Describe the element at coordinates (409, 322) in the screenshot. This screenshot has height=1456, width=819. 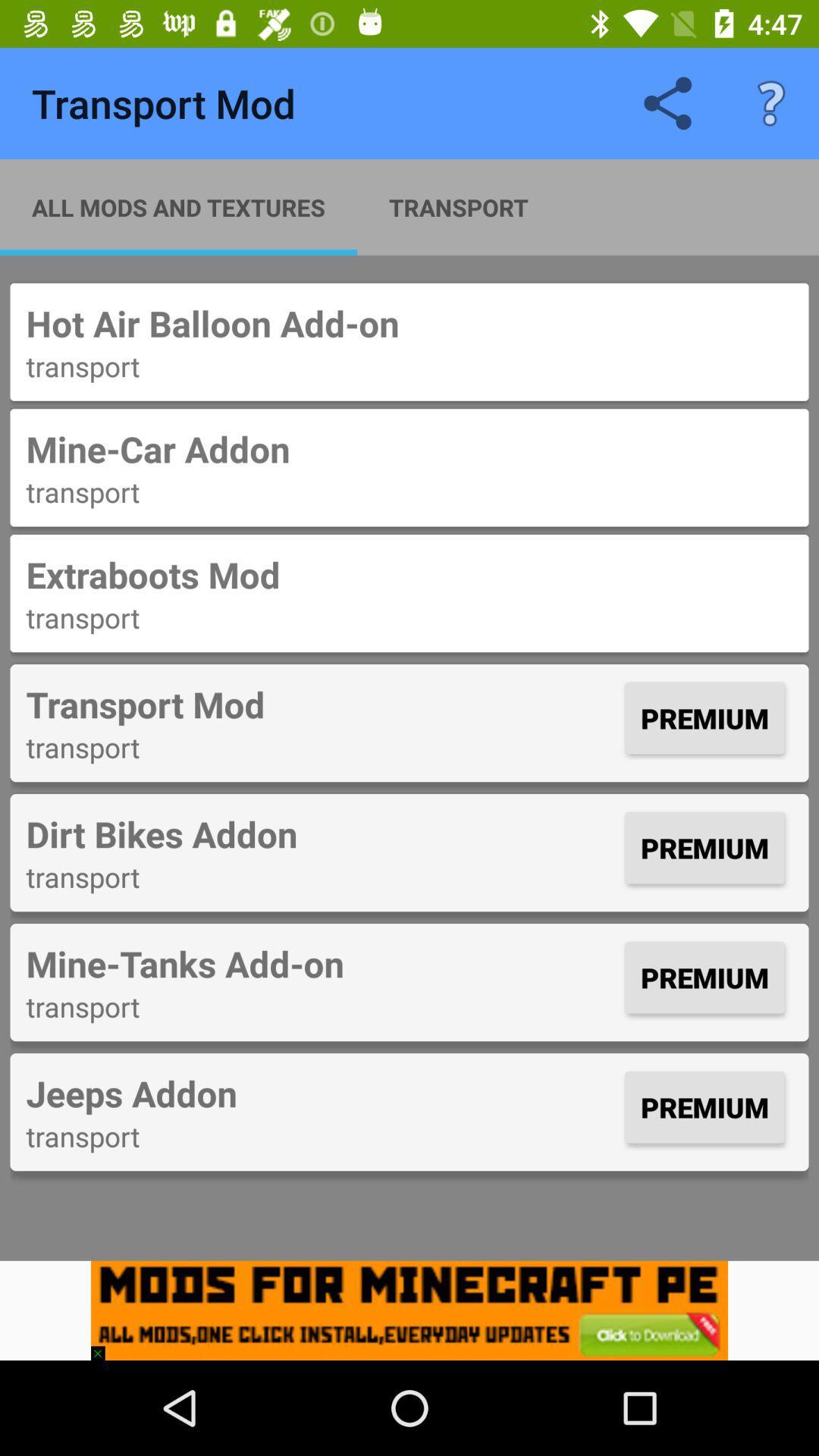
I see `item above the transport icon` at that location.